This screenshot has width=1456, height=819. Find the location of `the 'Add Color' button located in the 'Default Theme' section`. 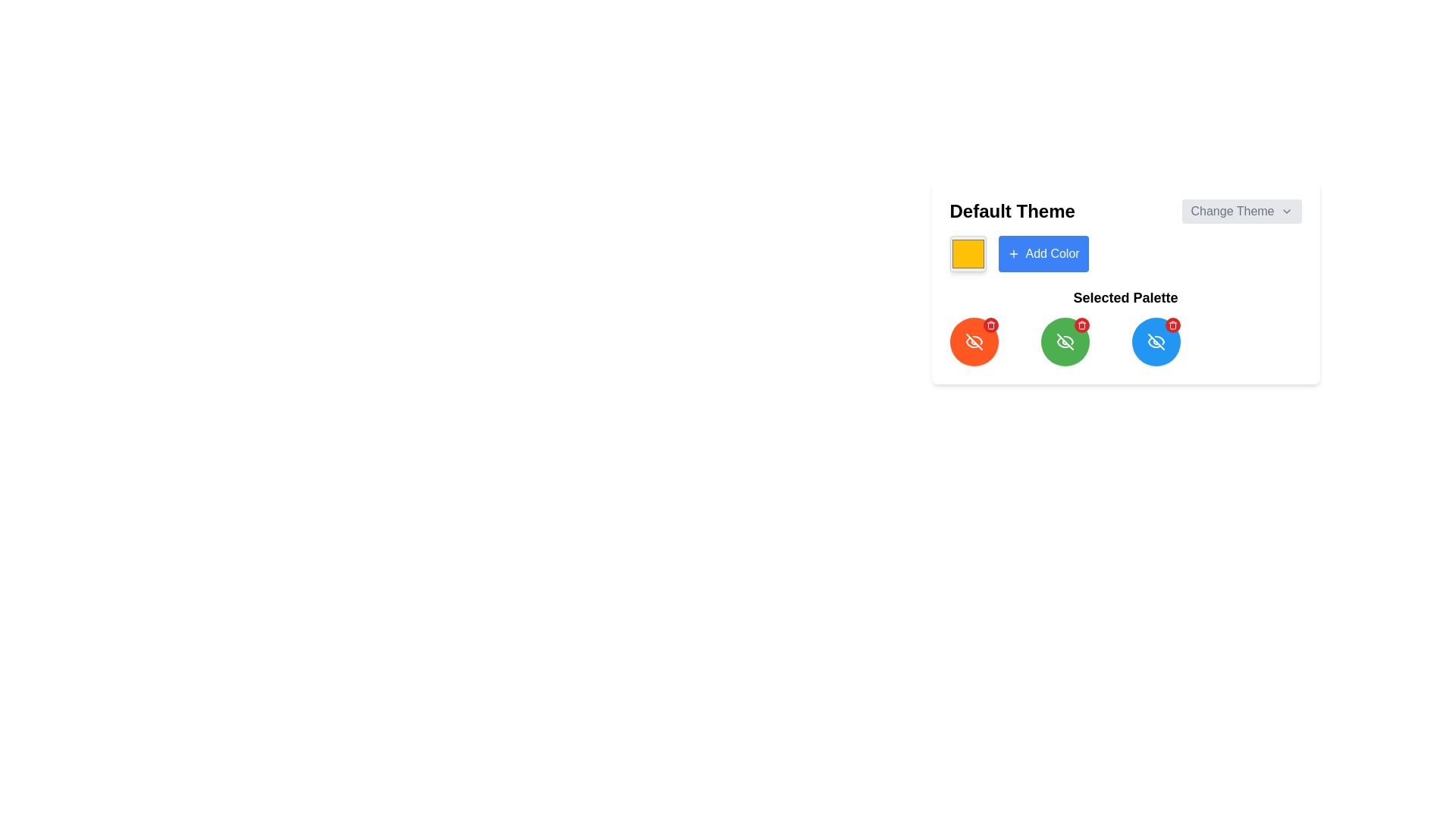

the 'Add Color' button located in the 'Default Theme' section is located at coordinates (1052, 253).